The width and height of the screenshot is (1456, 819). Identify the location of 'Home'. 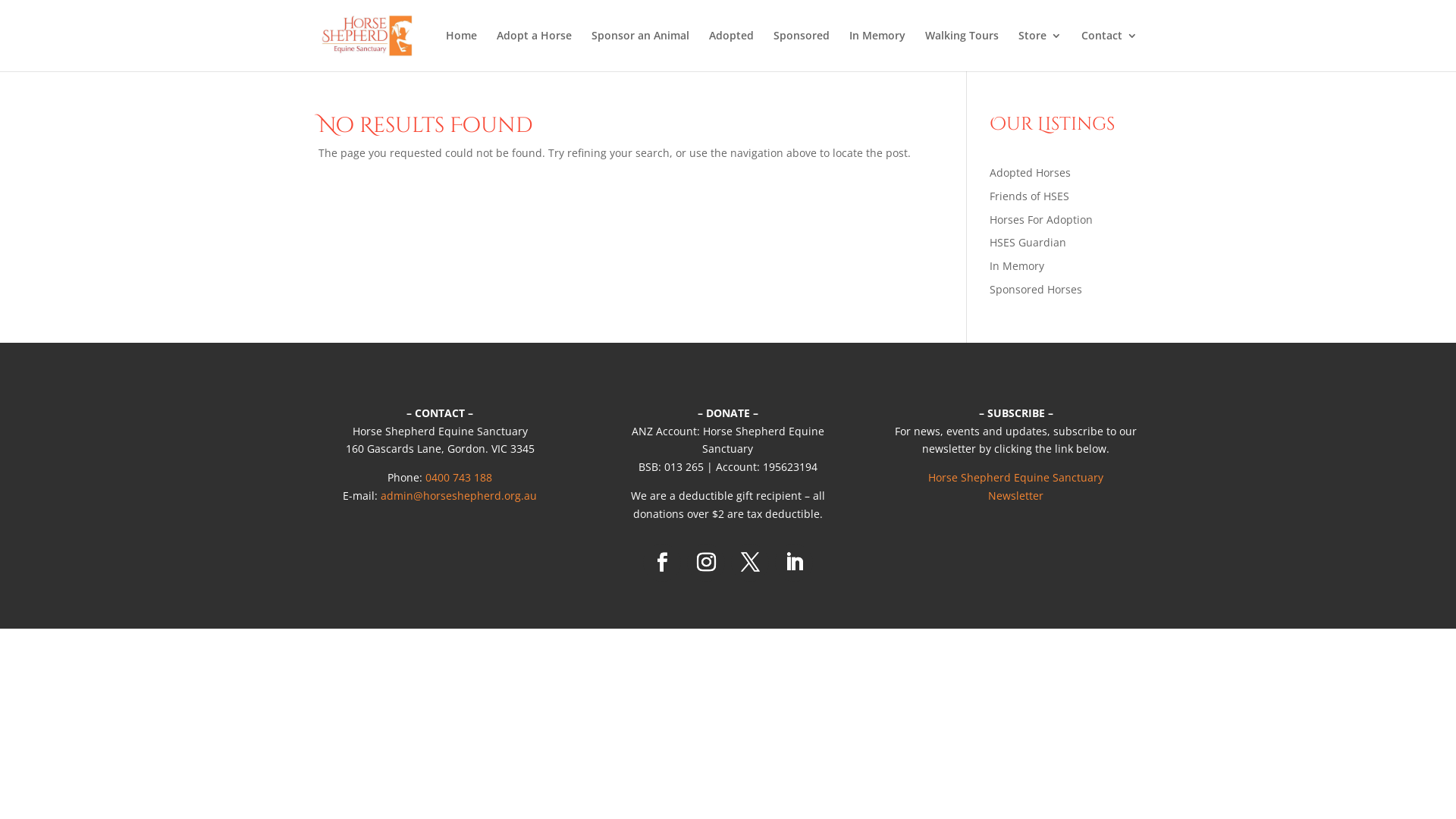
(460, 49).